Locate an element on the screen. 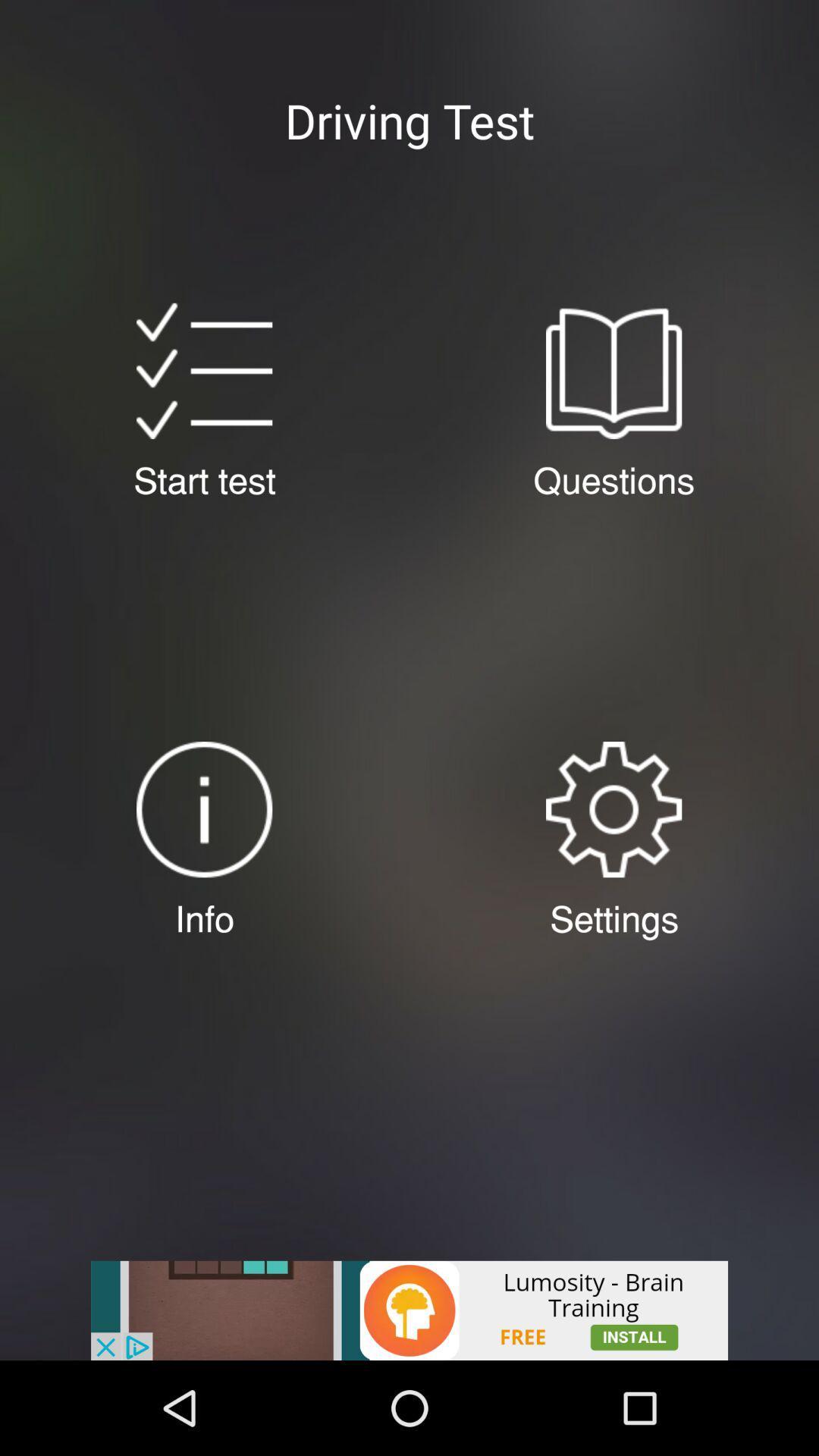  start test is located at coordinates (203, 371).